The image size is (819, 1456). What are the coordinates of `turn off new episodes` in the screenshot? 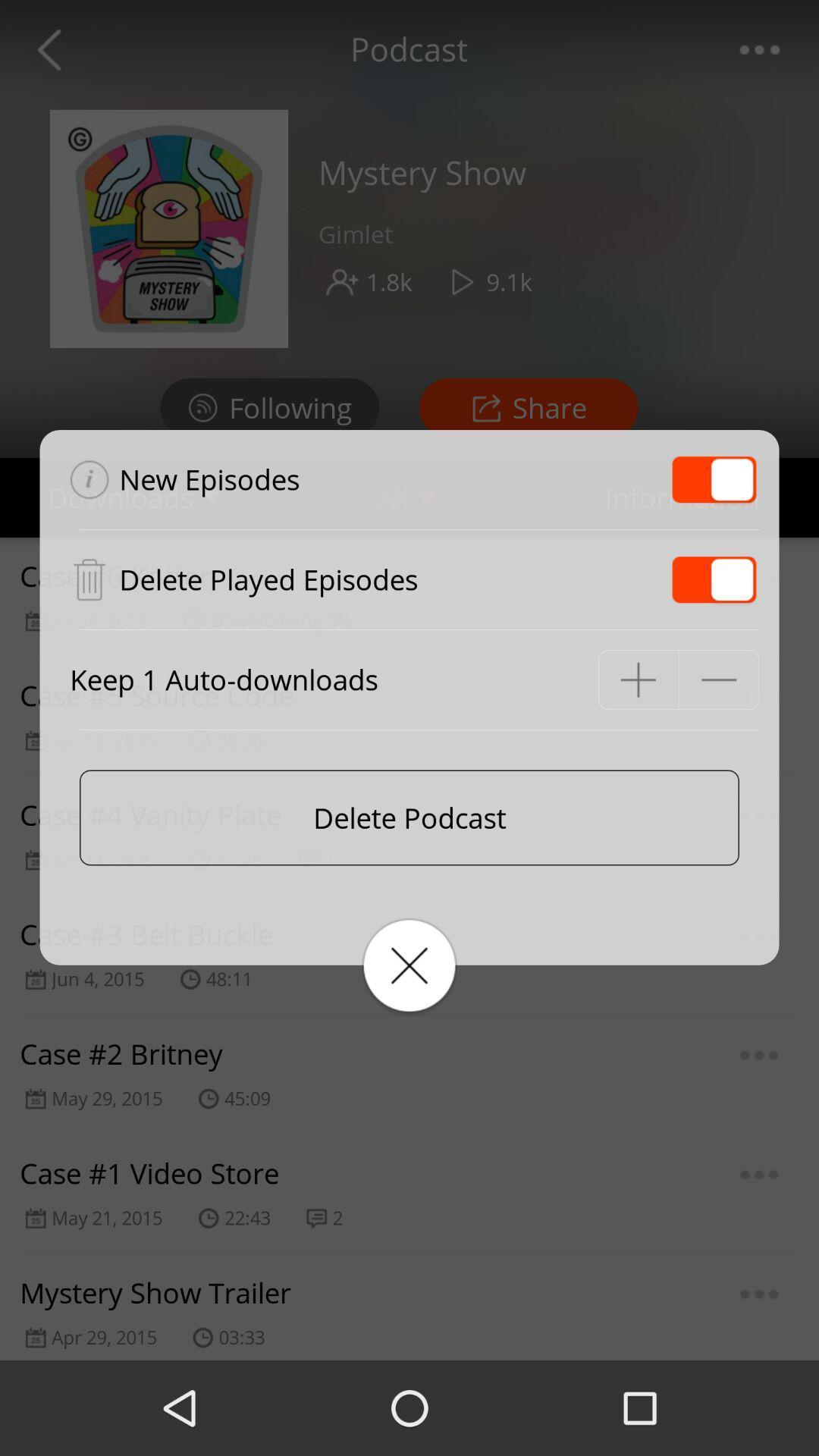 It's located at (714, 479).